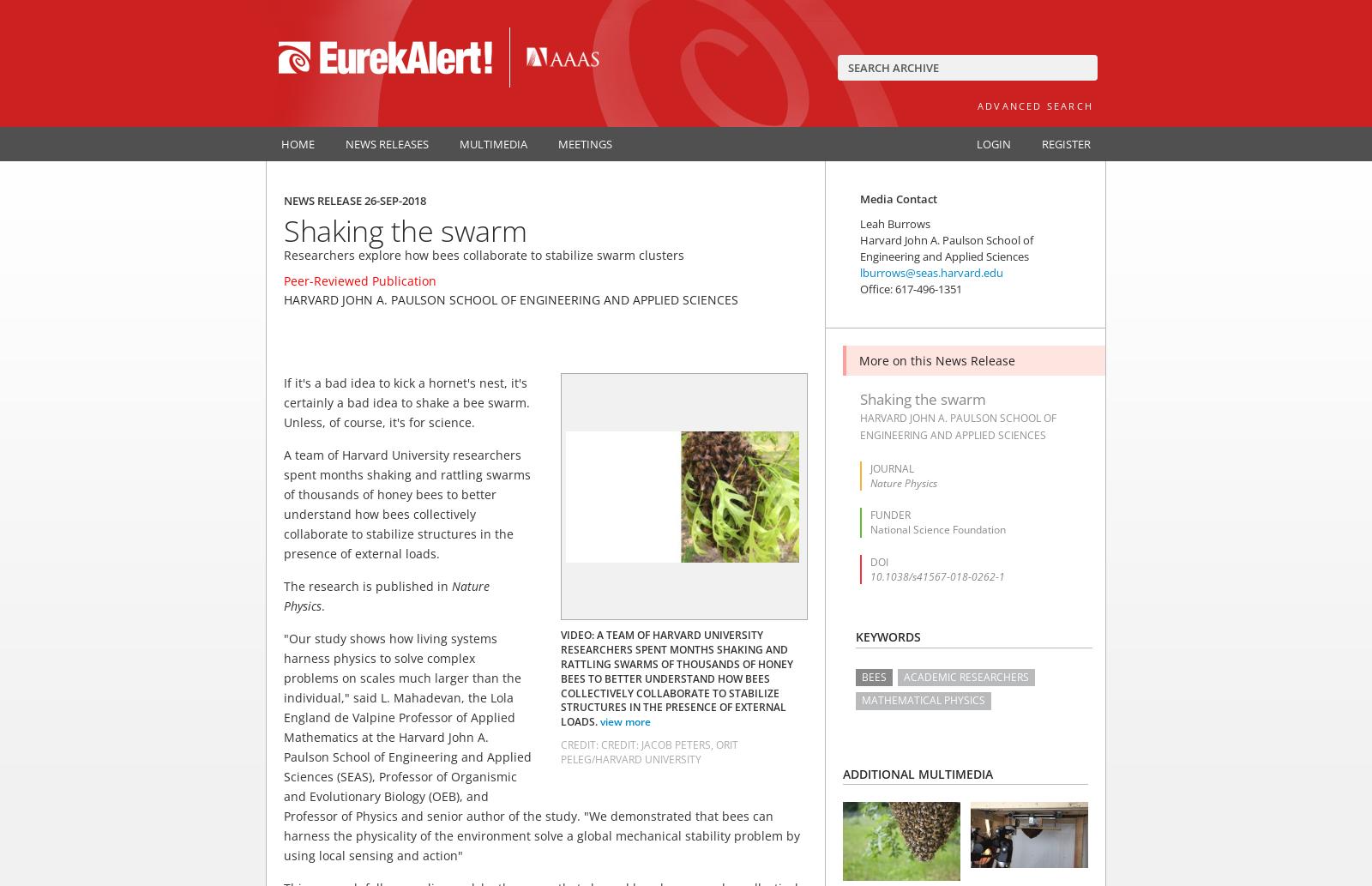 This screenshot has height=886, width=1372. What do you see at coordinates (324, 200) in the screenshot?
I see `'News Release'` at bounding box center [324, 200].